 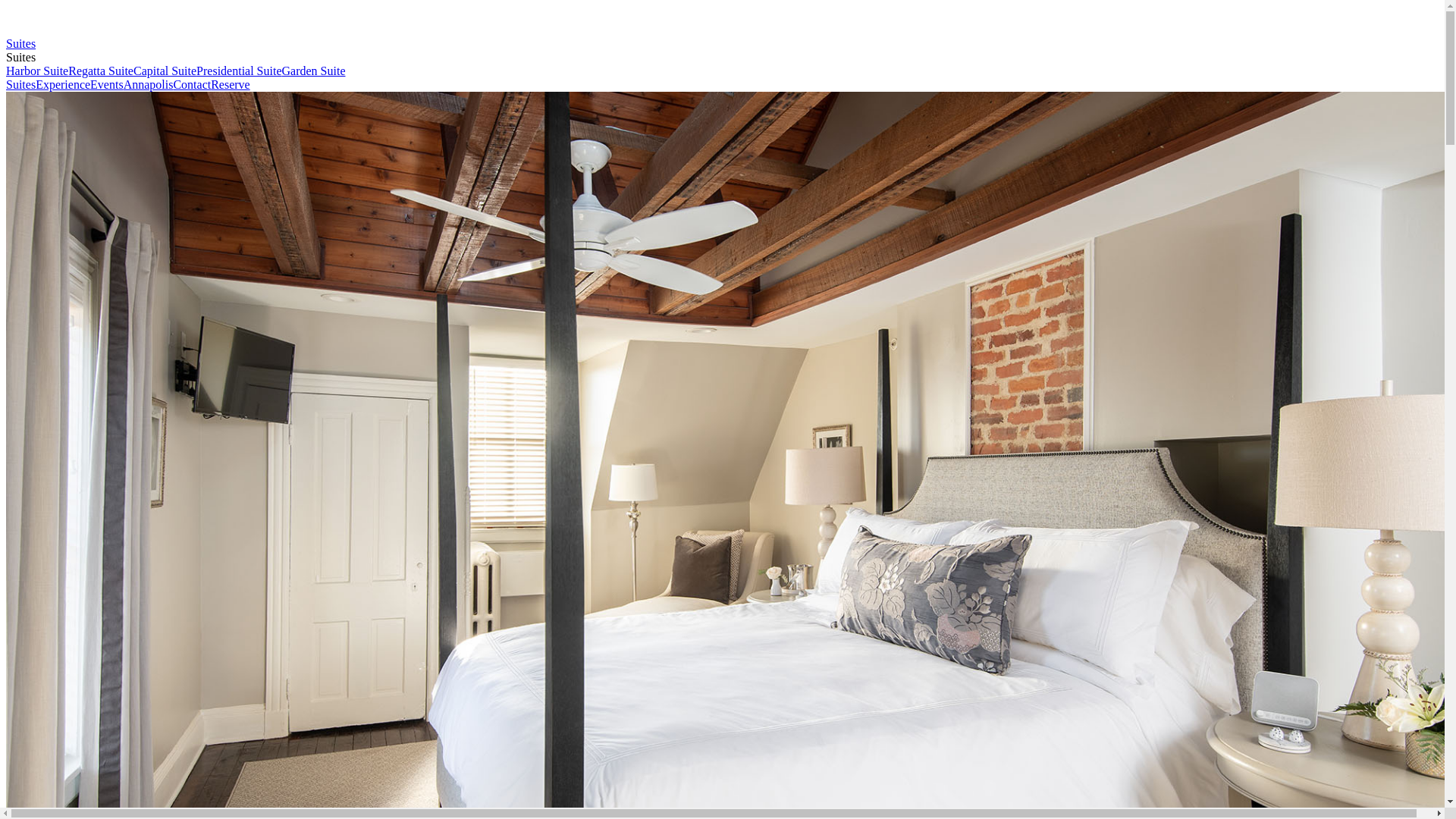 I want to click on 'Suites', so click(x=6, y=42).